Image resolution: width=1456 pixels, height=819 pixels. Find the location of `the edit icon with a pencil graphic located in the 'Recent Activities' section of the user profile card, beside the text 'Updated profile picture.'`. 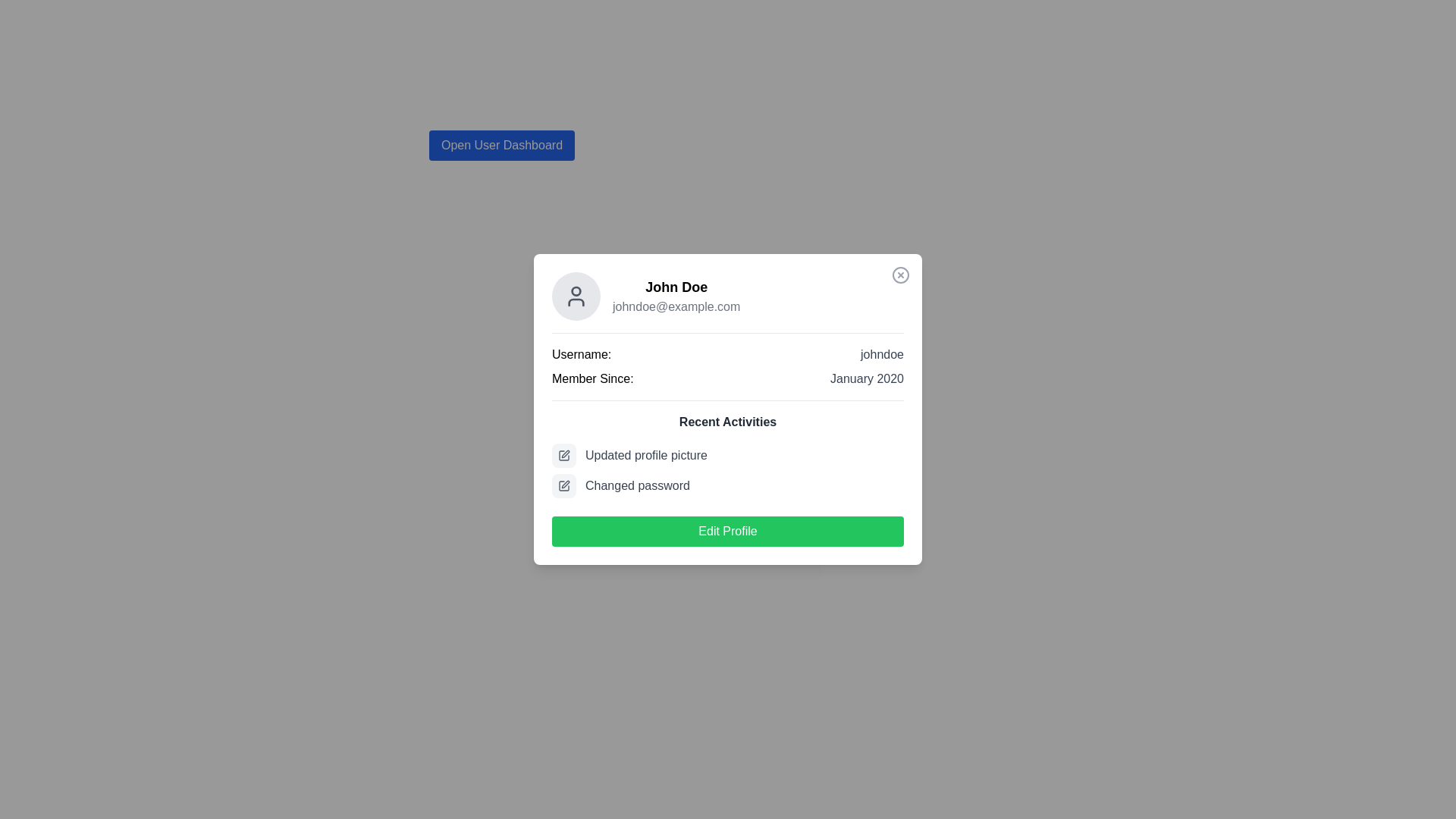

the edit icon with a pencil graphic located in the 'Recent Activities' section of the user profile card, beside the text 'Updated profile picture.' is located at coordinates (563, 455).